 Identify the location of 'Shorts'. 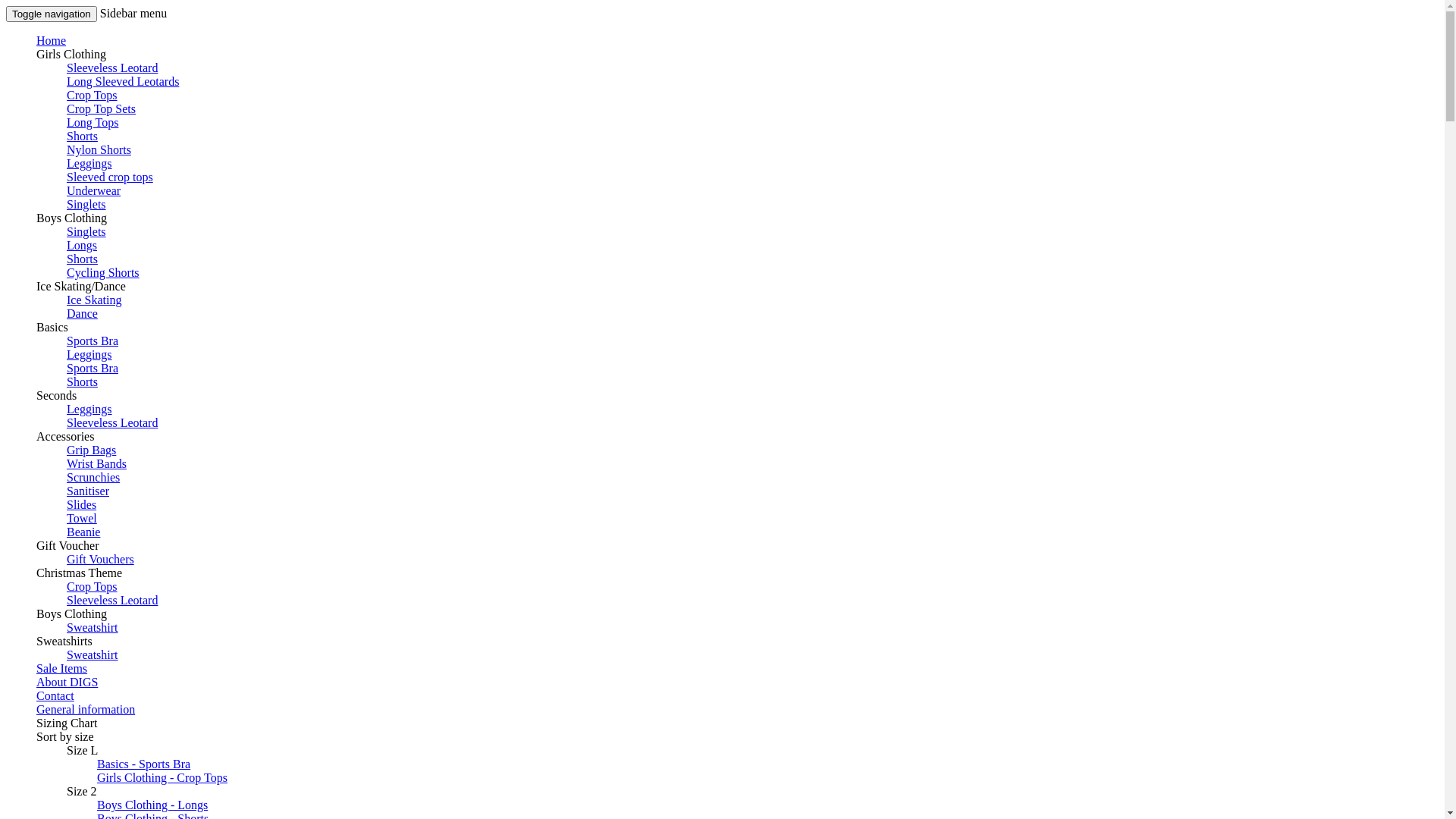
(65, 381).